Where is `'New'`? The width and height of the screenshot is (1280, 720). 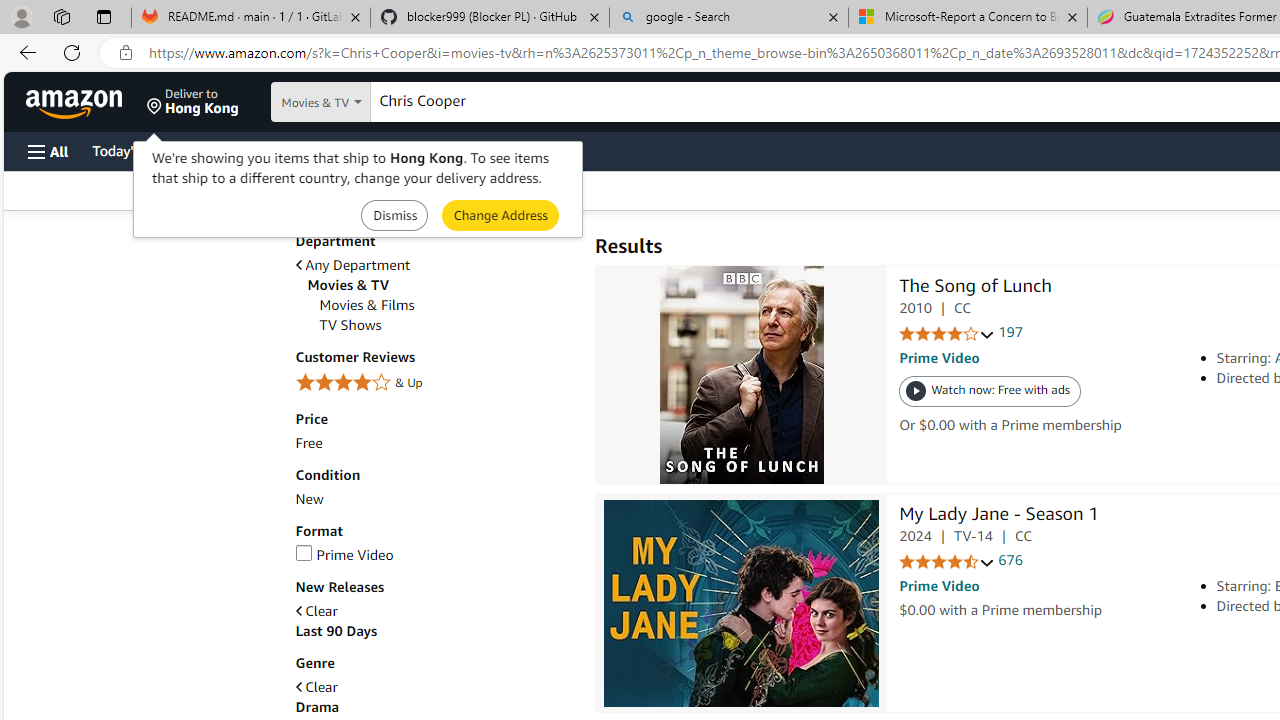 'New' is located at coordinates (433, 498).